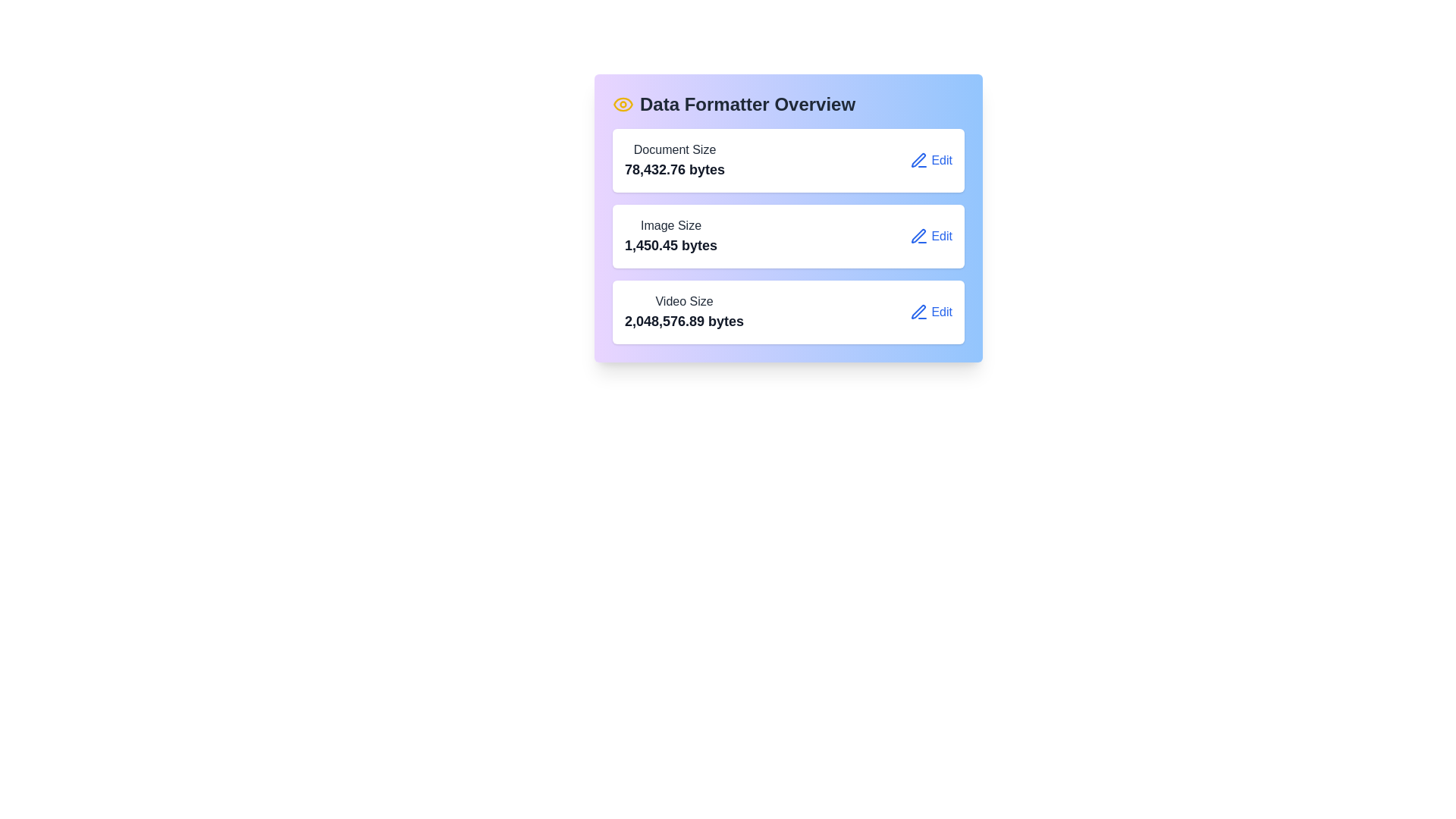  Describe the element at coordinates (789, 104) in the screenshot. I see `the heading element titled 'Data Formatter Overview' which is styled with bold and large fonts and has a yellow eye icon adjacent to it` at that location.